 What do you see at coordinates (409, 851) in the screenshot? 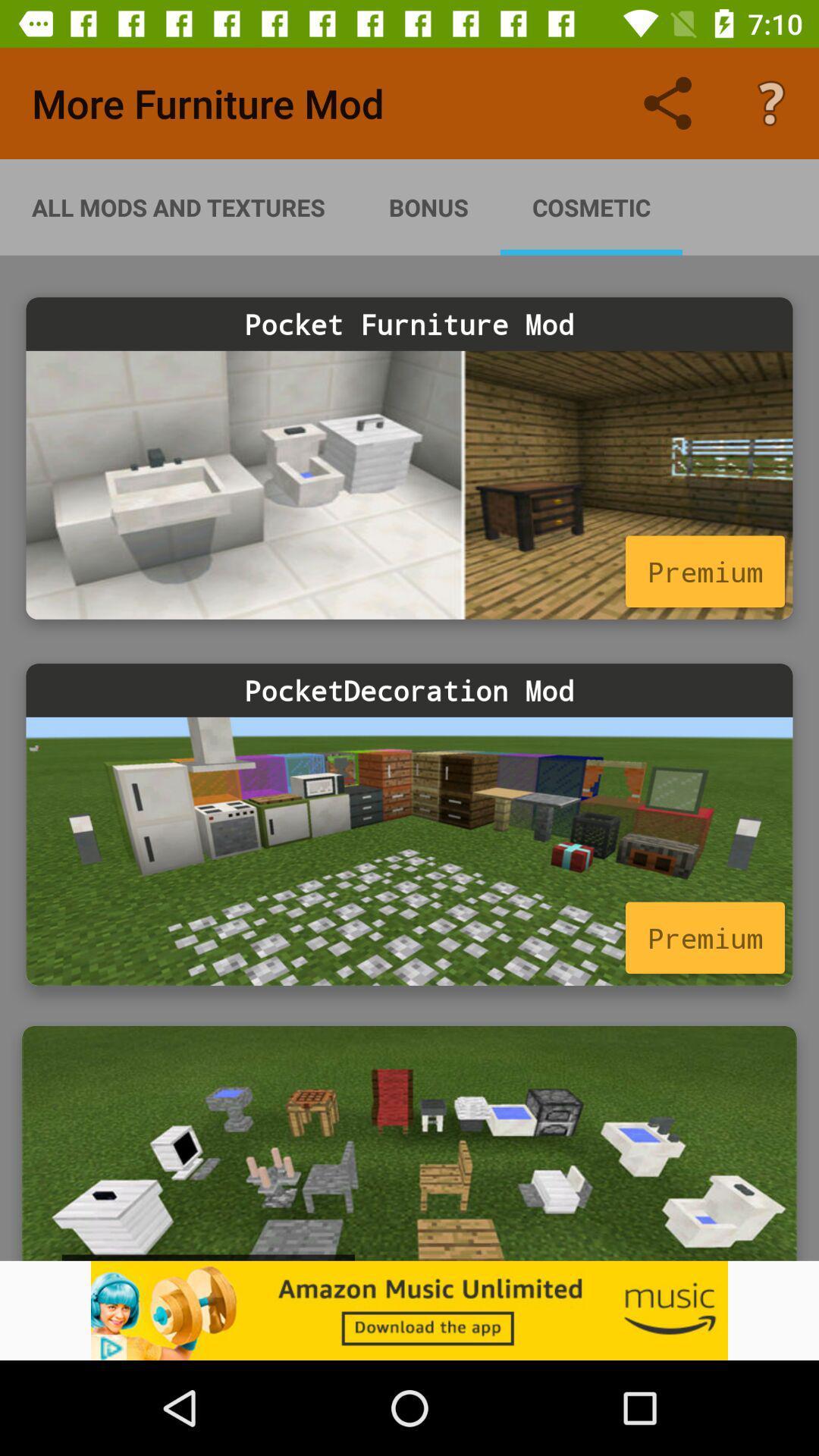
I see `the premium page` at bounding box center [409, 851].